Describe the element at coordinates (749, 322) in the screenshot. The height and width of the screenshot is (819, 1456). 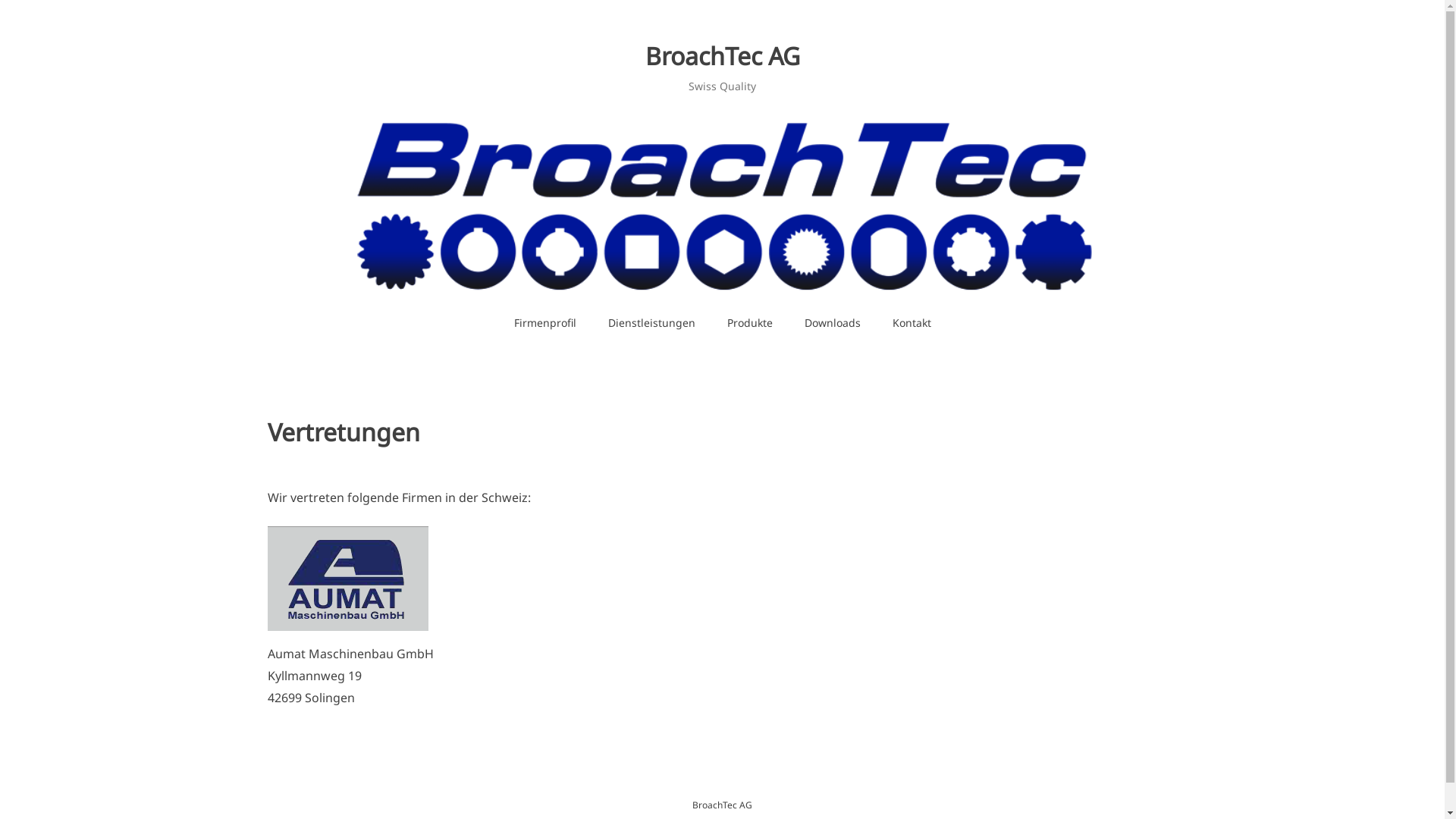
I see `'Produkte'` at that location.